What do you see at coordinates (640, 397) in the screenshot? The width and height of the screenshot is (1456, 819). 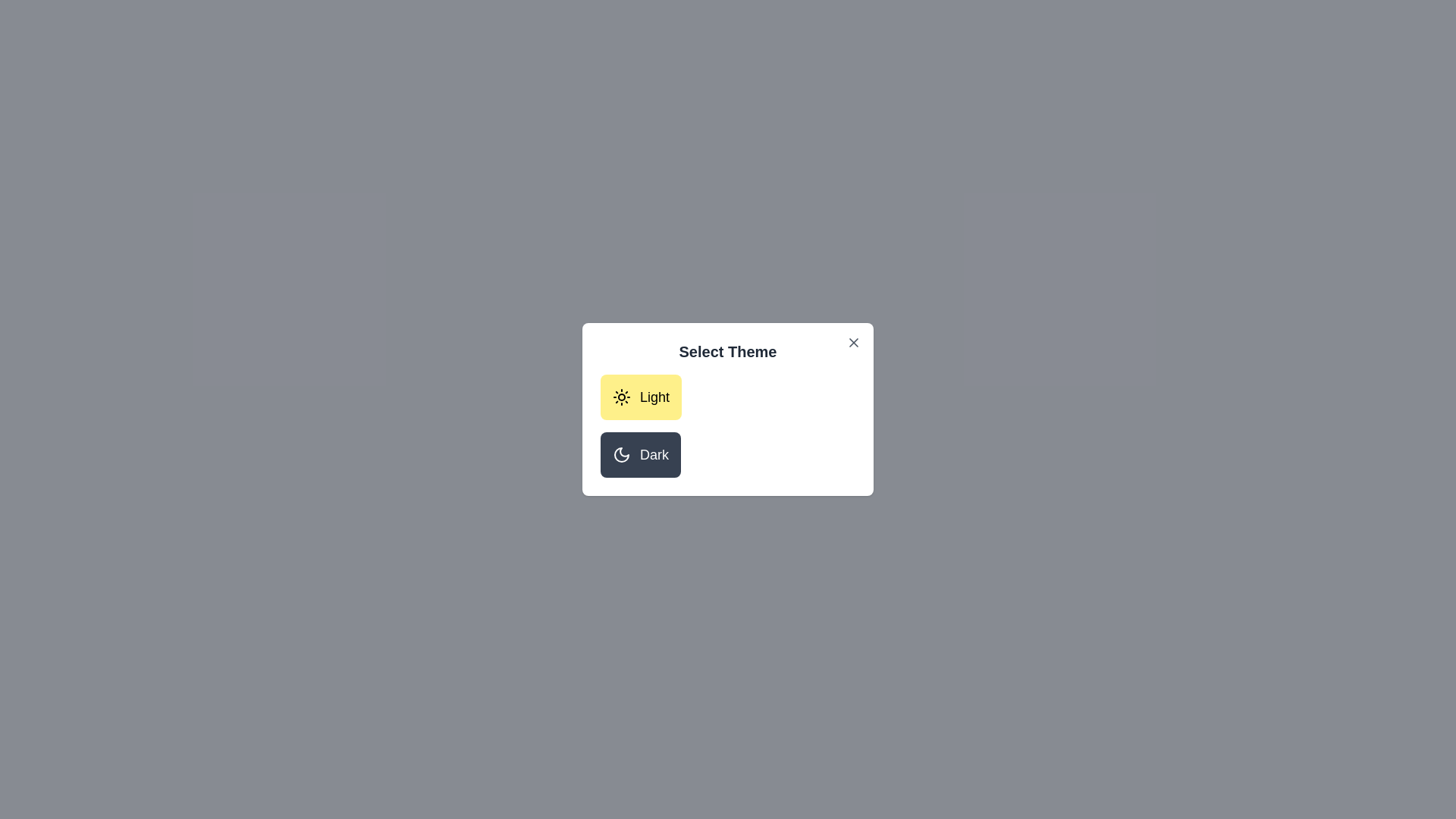 I see `the theme Light by clicking on the corresponding button` at bounding box center [640, 397].